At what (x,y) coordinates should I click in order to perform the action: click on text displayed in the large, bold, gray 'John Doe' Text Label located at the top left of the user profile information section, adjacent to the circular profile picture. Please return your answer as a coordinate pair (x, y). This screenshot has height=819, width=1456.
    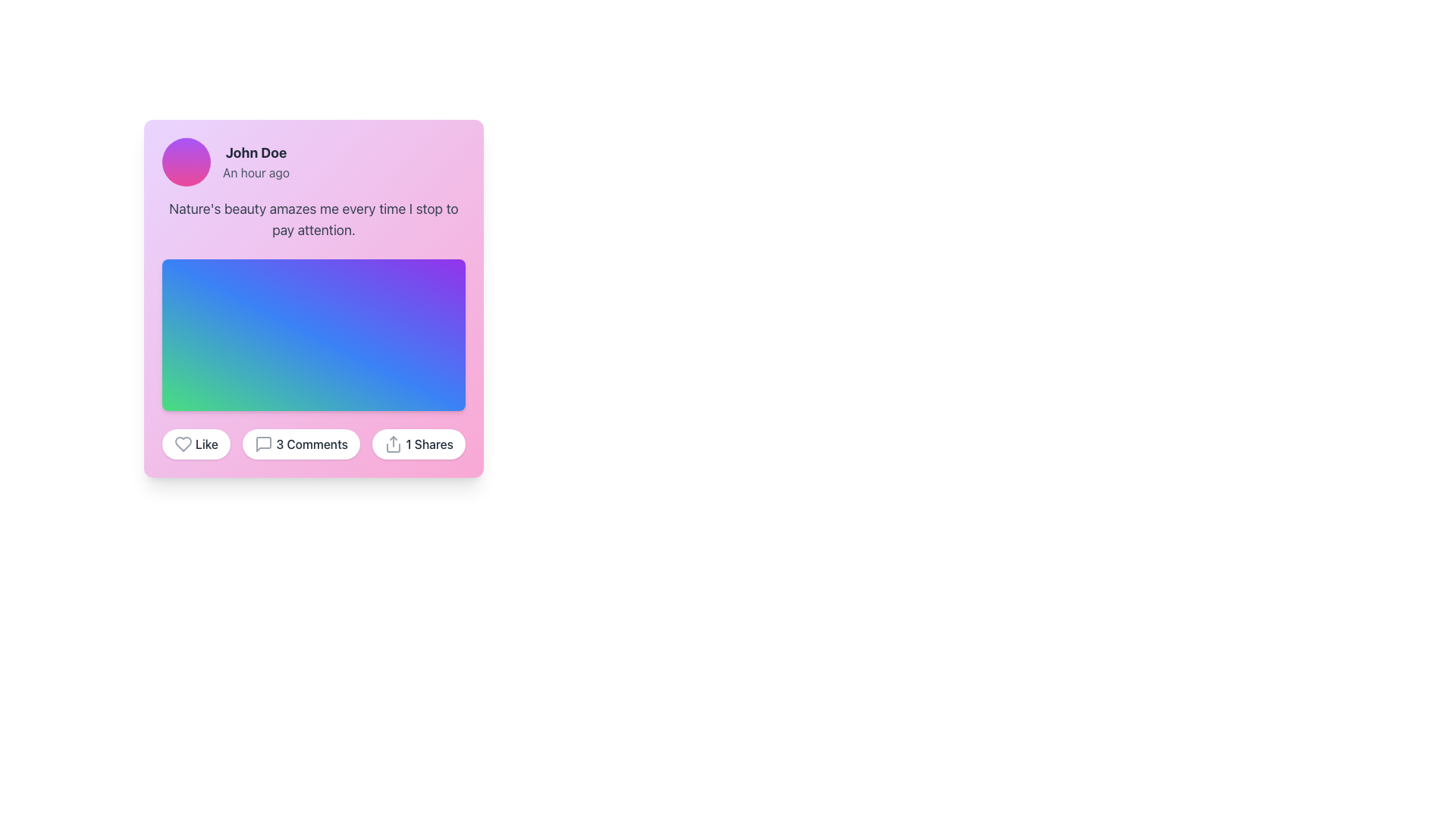
    Looking at the image, I should click on (256, 152).